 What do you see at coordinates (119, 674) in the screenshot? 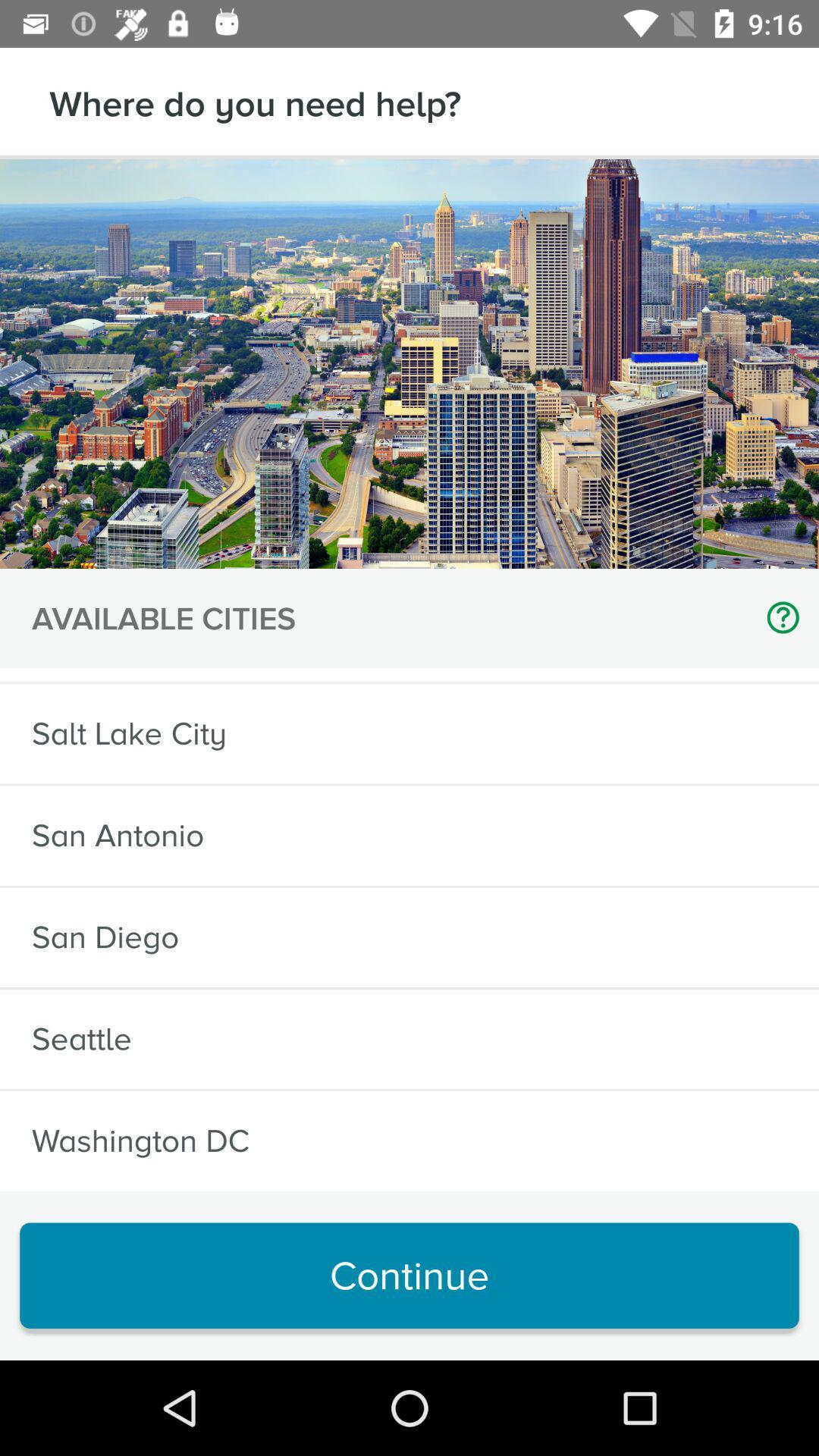
I see `the sf bay area icon` at bounding box center [119, 674].